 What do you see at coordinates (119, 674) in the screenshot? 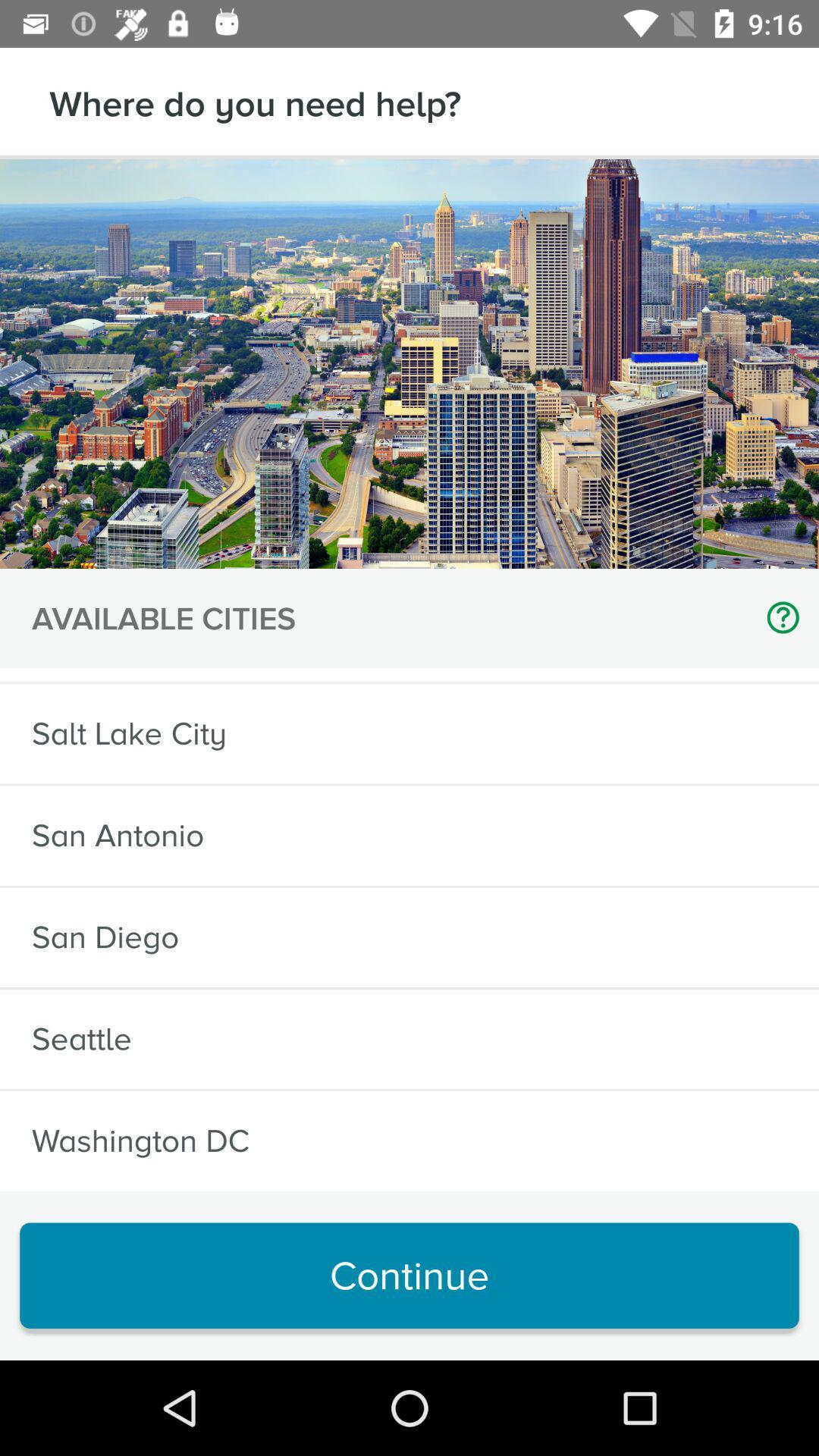
I see `the sf bay area icon` at bounding box center [119, 674].